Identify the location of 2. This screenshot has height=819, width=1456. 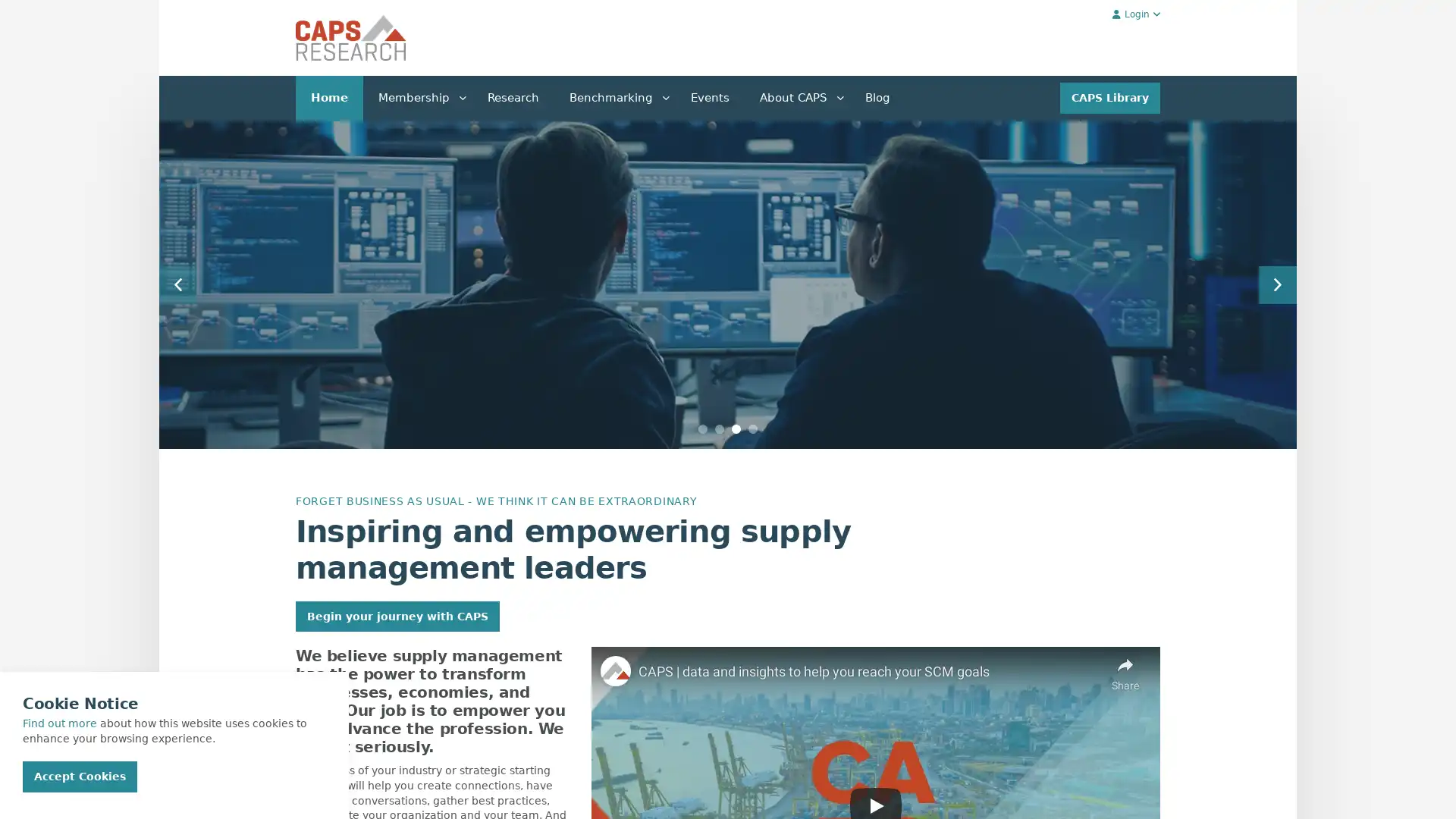
(719, 429).